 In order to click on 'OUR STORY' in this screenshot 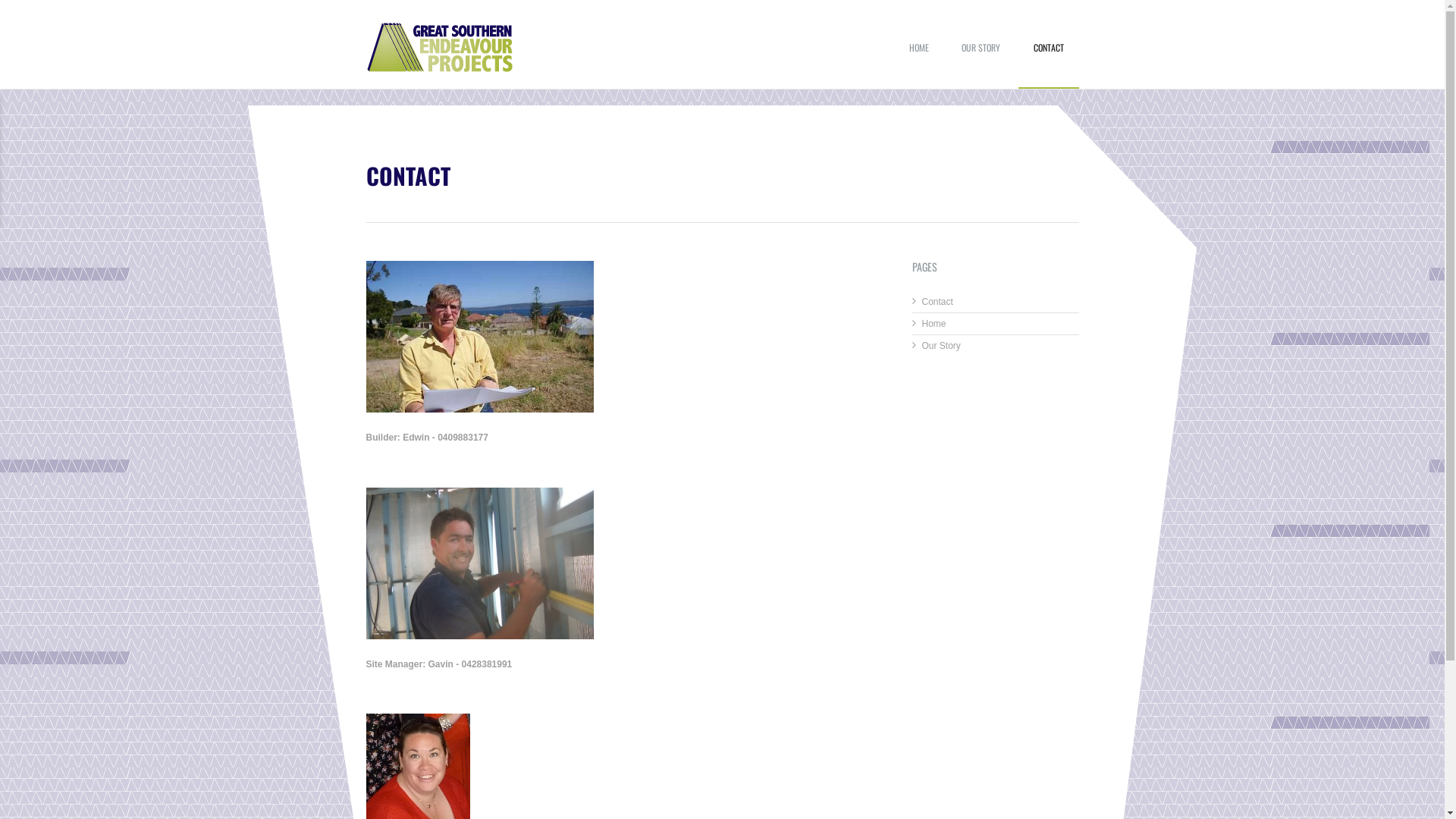, I will do `click(981, 60)`.